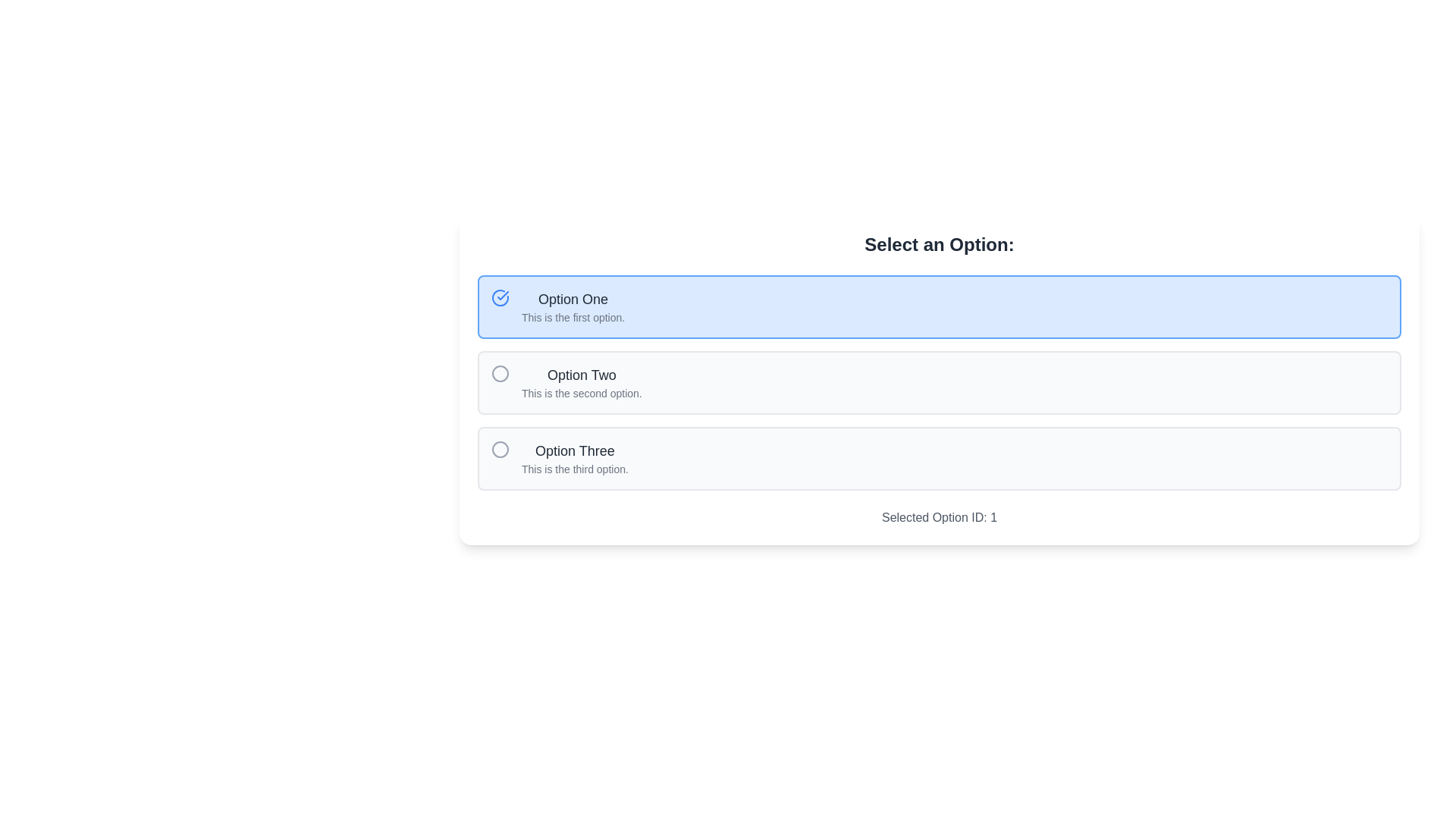 This screenshot has height=819, width=1456. Describe the element at coordinates (581, 393) in the screenshot. I see `the descriptive text label located directly beneath 'Option Two', which provides supplemental content for this option` at that location.